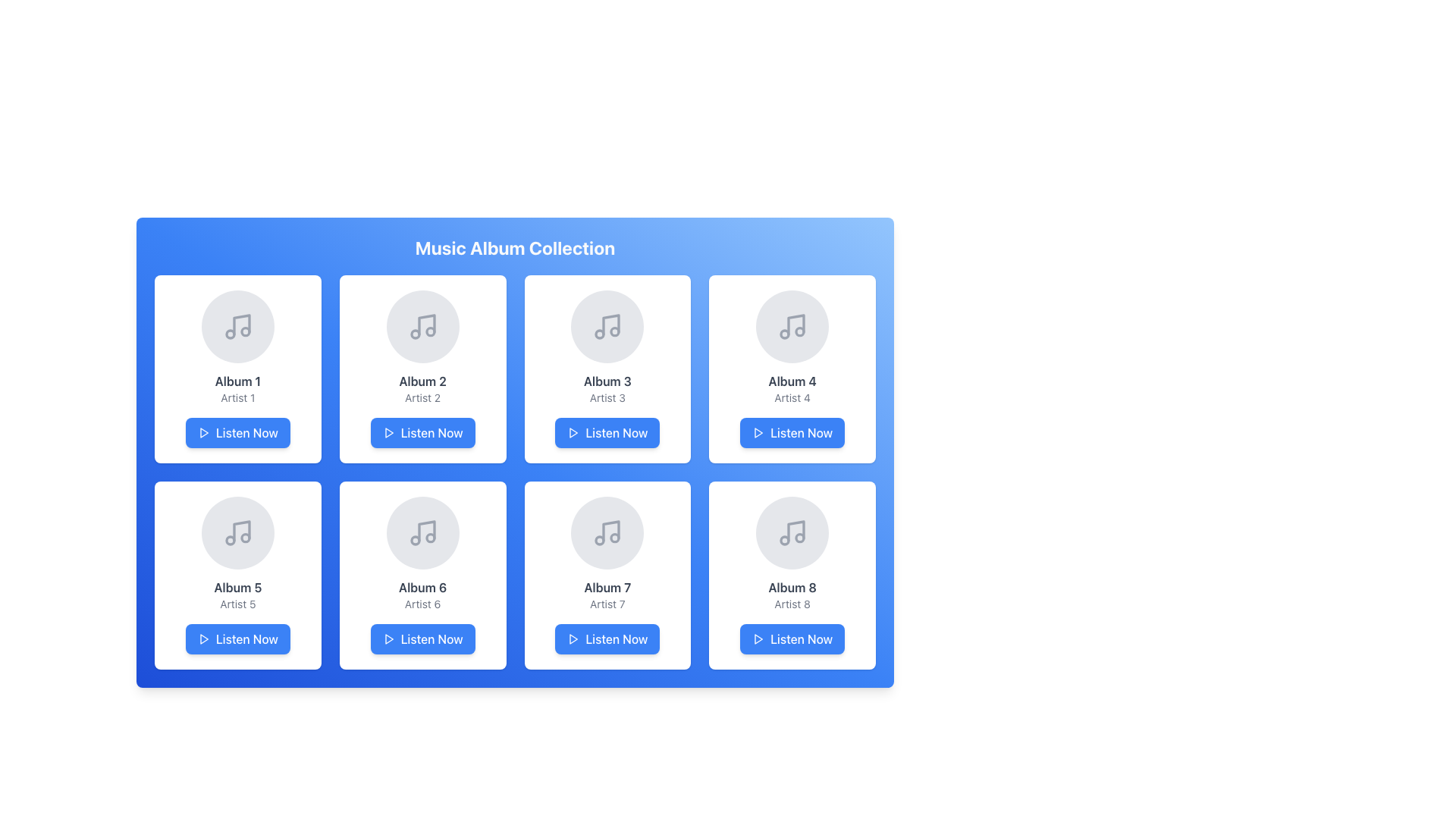  Describe the element at coordinates (203, 639) in the screenshot. I see `the play icon for the 'Listen Now' button located on the left side of the button within the album card for 'Album 5'` at that location.